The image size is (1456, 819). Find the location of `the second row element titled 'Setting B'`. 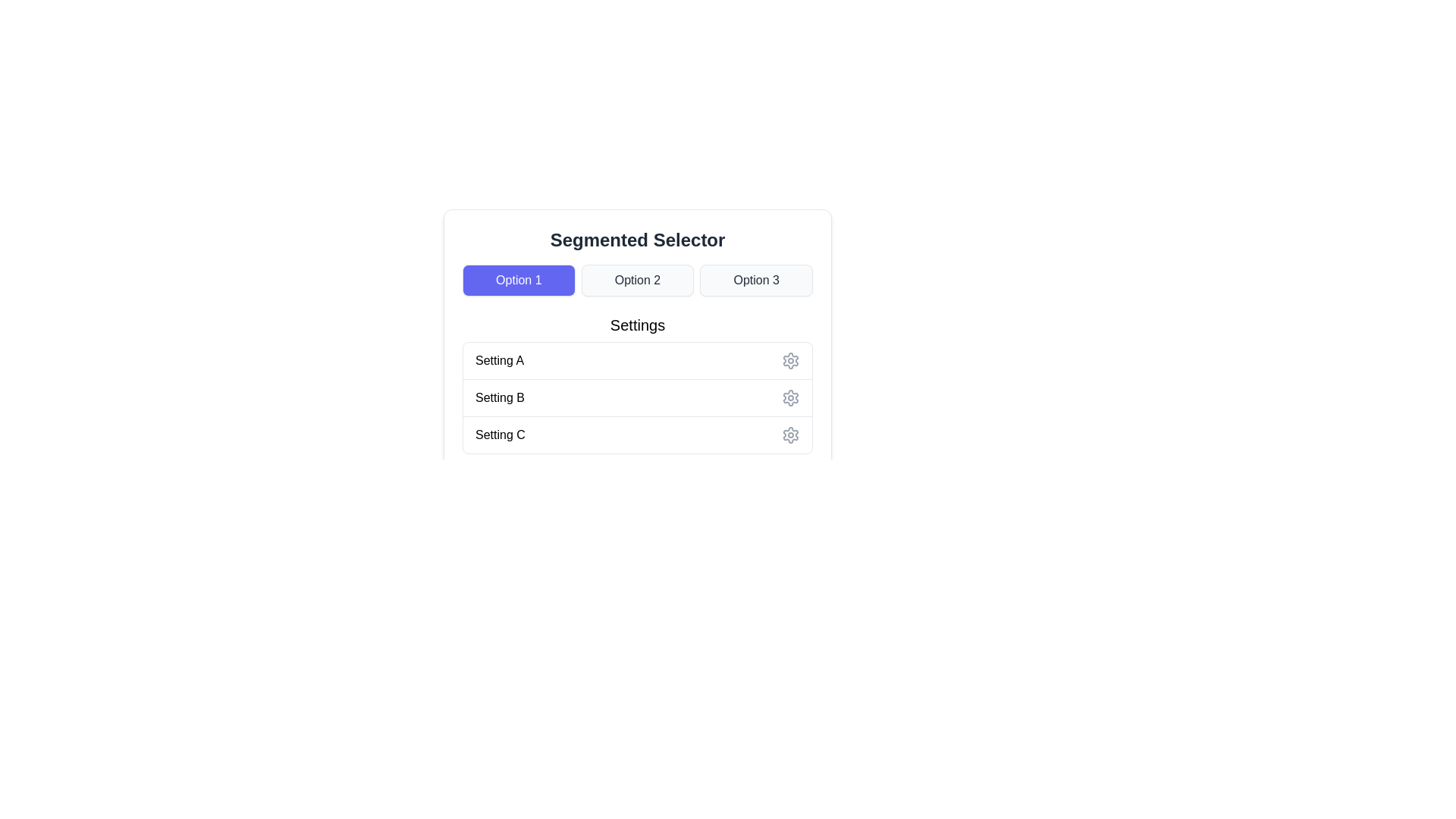

the second row element titled 'Setting B' is located at coordinates (637, 397).